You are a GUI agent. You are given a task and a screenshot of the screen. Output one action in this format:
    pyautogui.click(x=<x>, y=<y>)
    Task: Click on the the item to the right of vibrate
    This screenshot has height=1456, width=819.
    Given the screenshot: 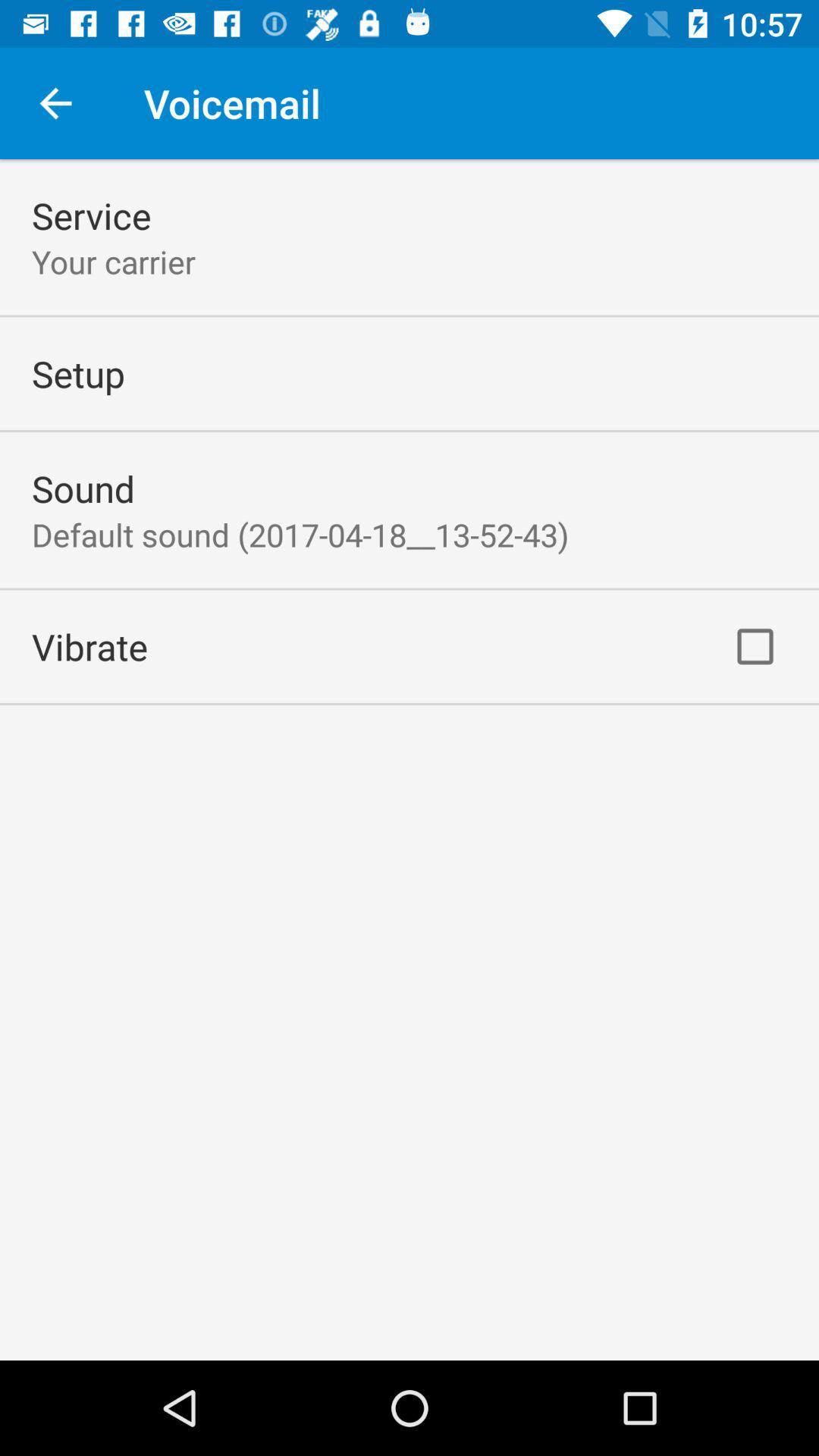 What is the action you would take?
    pyautogui.click(x=755, y=646)
    